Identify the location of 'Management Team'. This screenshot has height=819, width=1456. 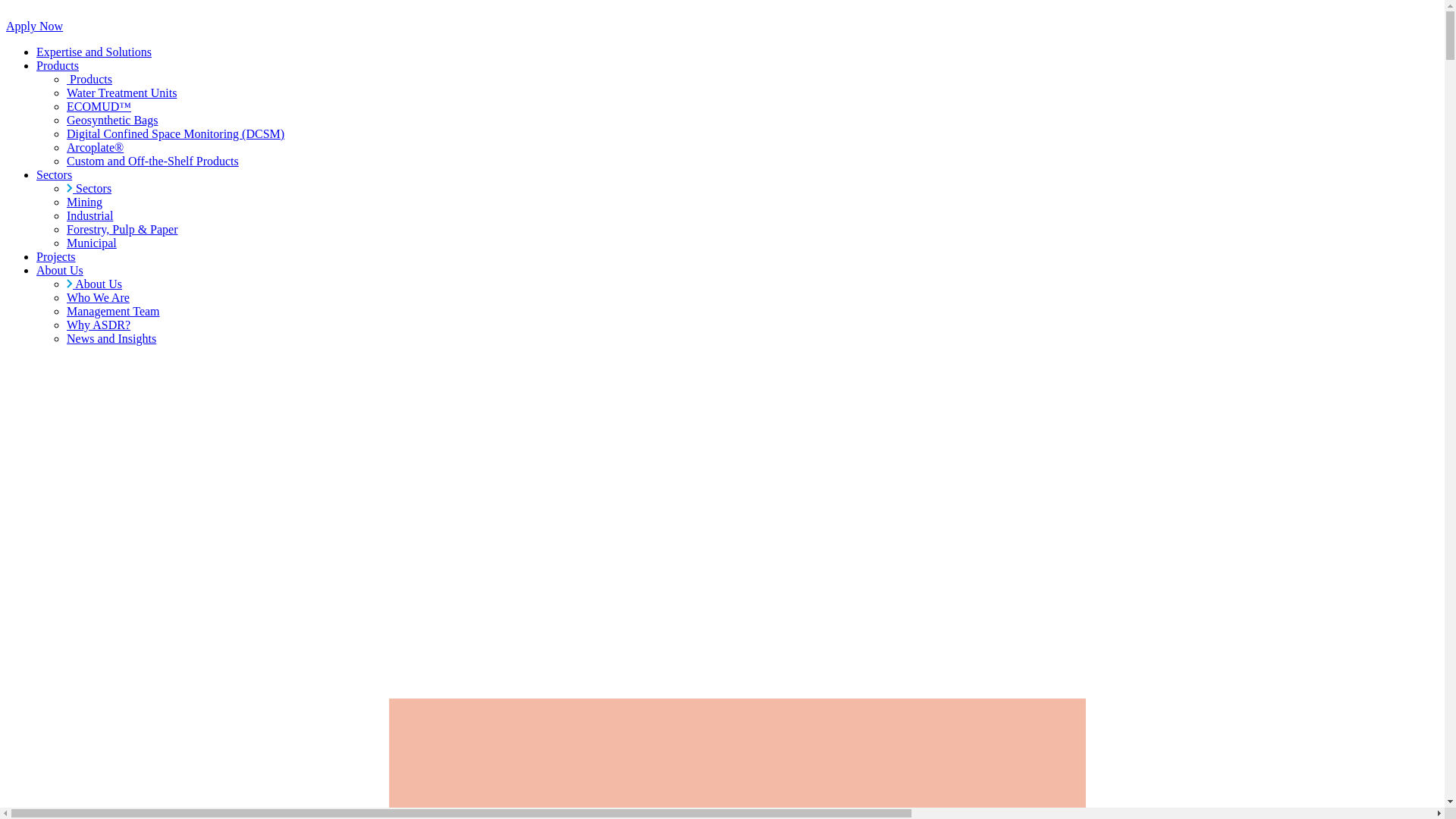
(112, 310).